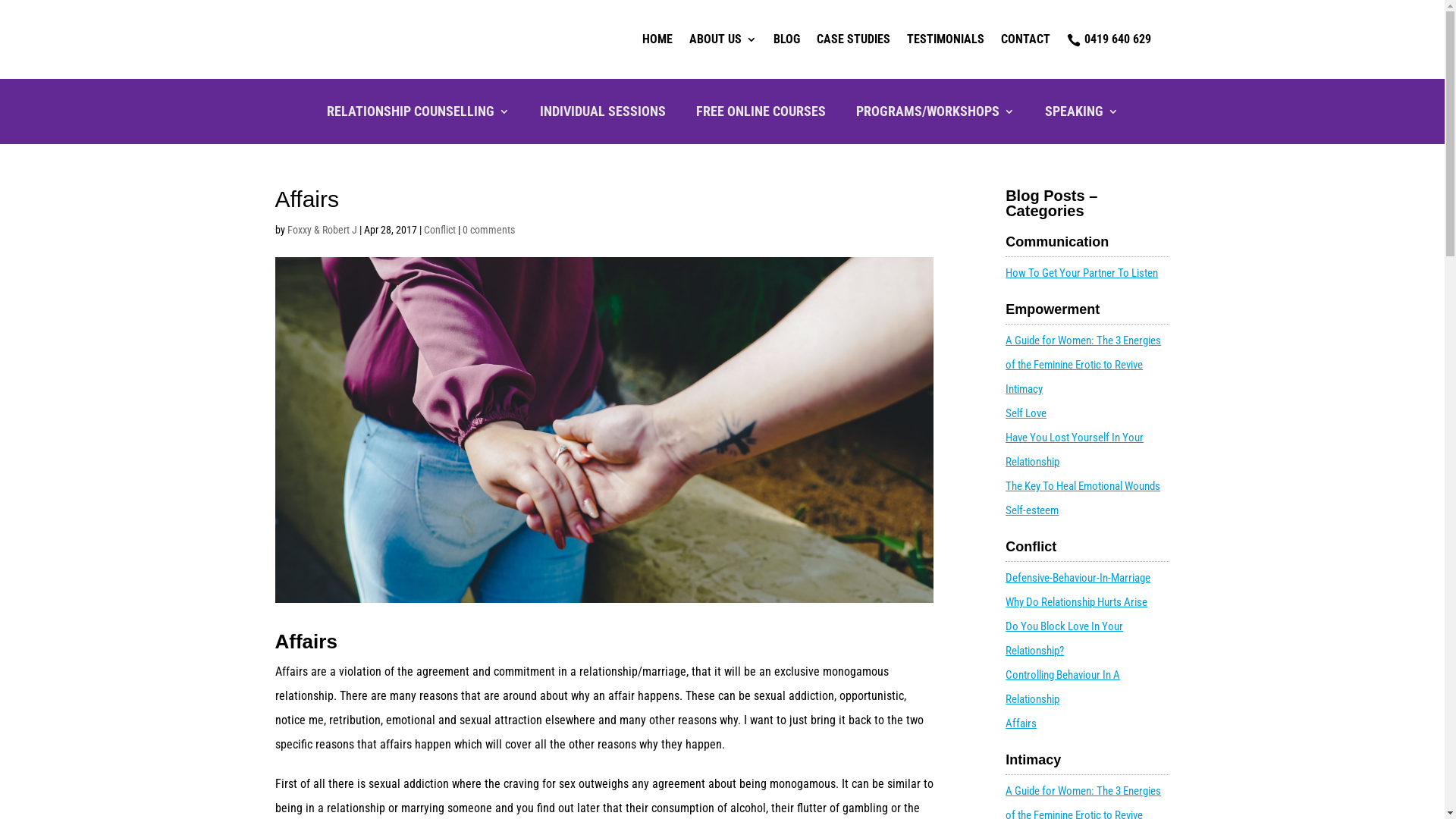  What do you see at coordinates (852, 38) in the screenshot?
I see `'CASE STUDIES'` at bounding box center [852, 38].